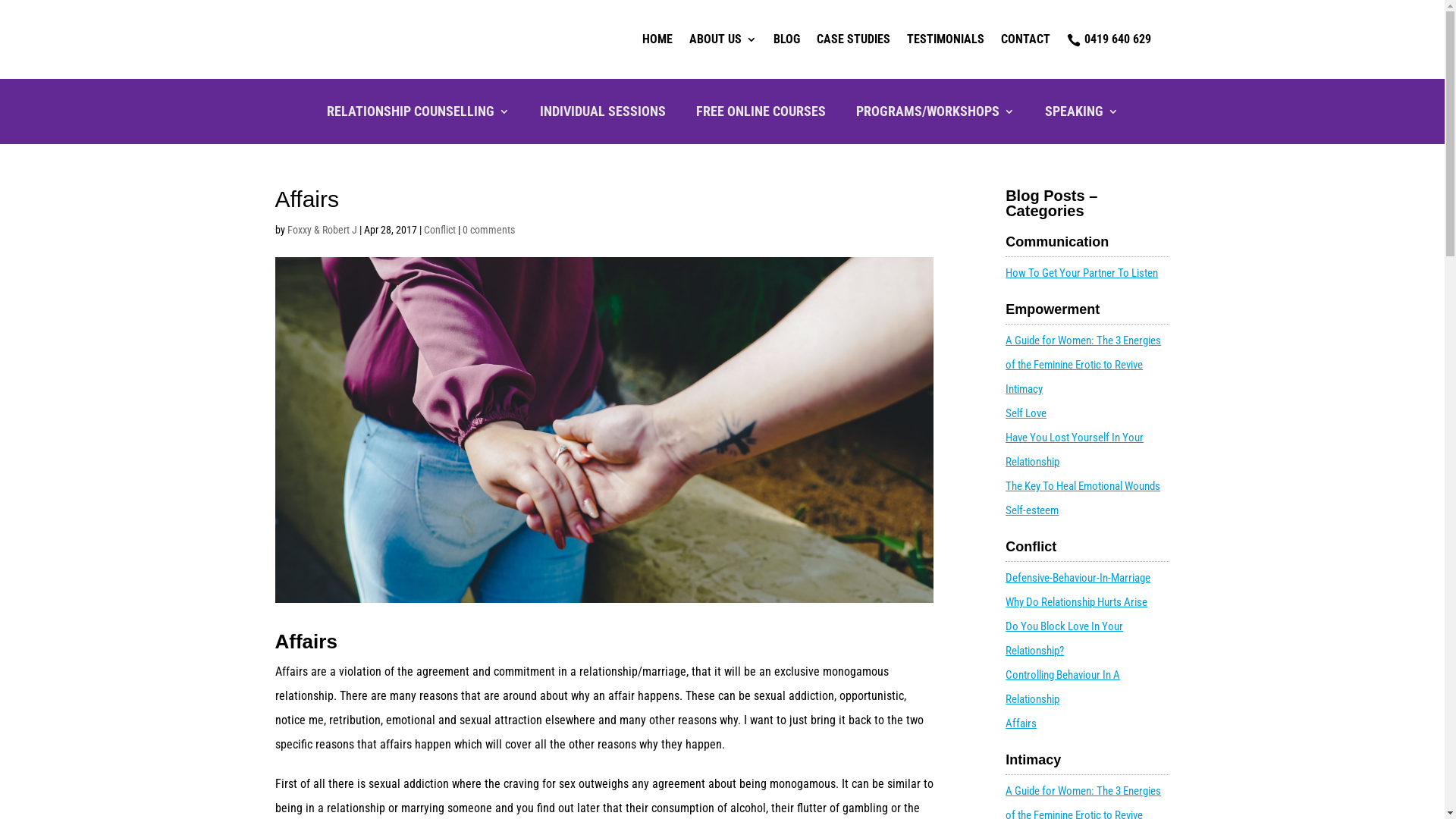  What do you see at coordinates (852, 38) in the screenshot?
I see `'CASE STUDIES'` at bounding box center [852, 38].